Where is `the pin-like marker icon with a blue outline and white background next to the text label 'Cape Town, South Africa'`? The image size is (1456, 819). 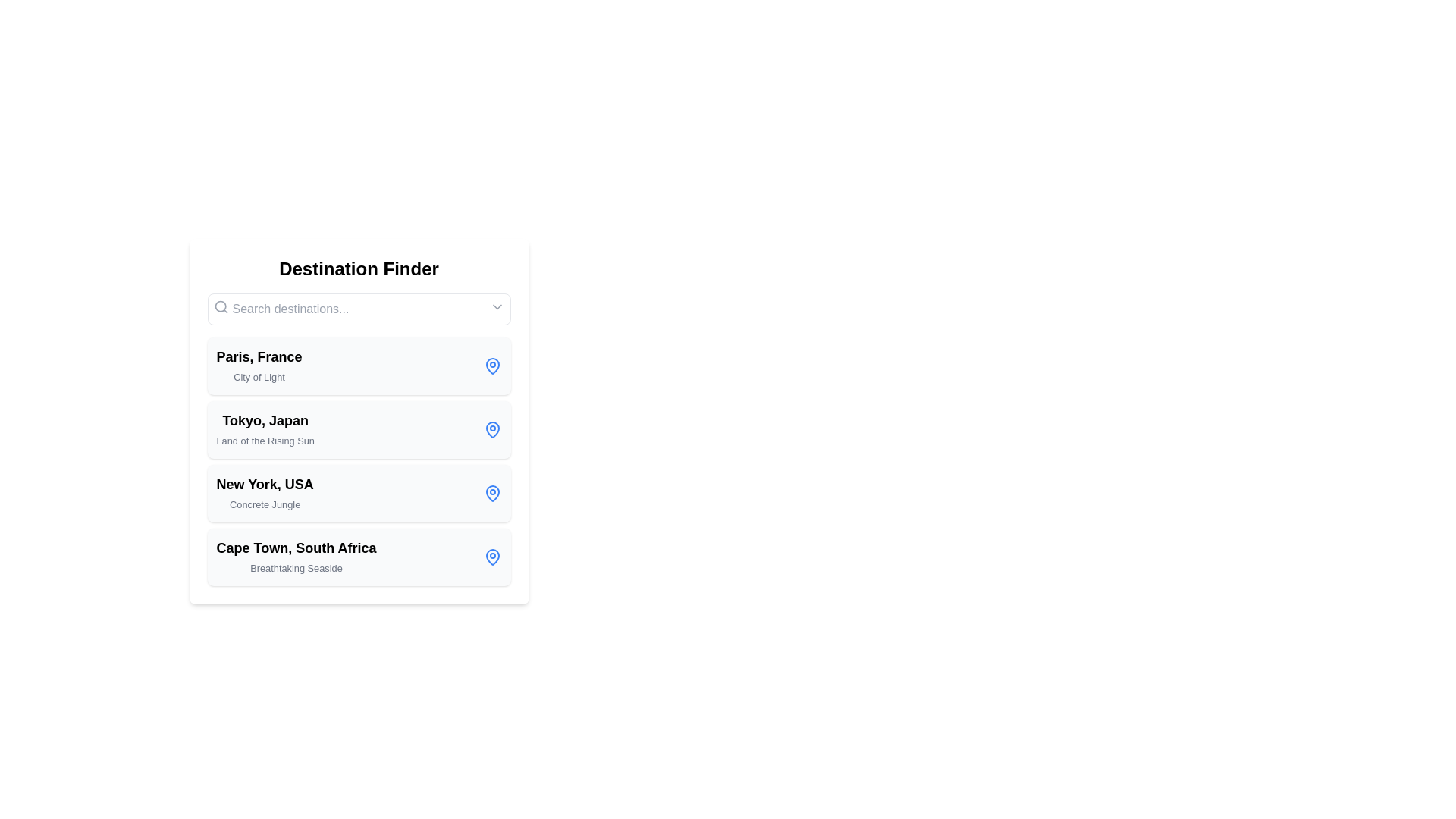
the pin-like marker icon with a blue outline and white background next to the text label 'Cape Town, South Africa' is located at coordinates (492, 557).